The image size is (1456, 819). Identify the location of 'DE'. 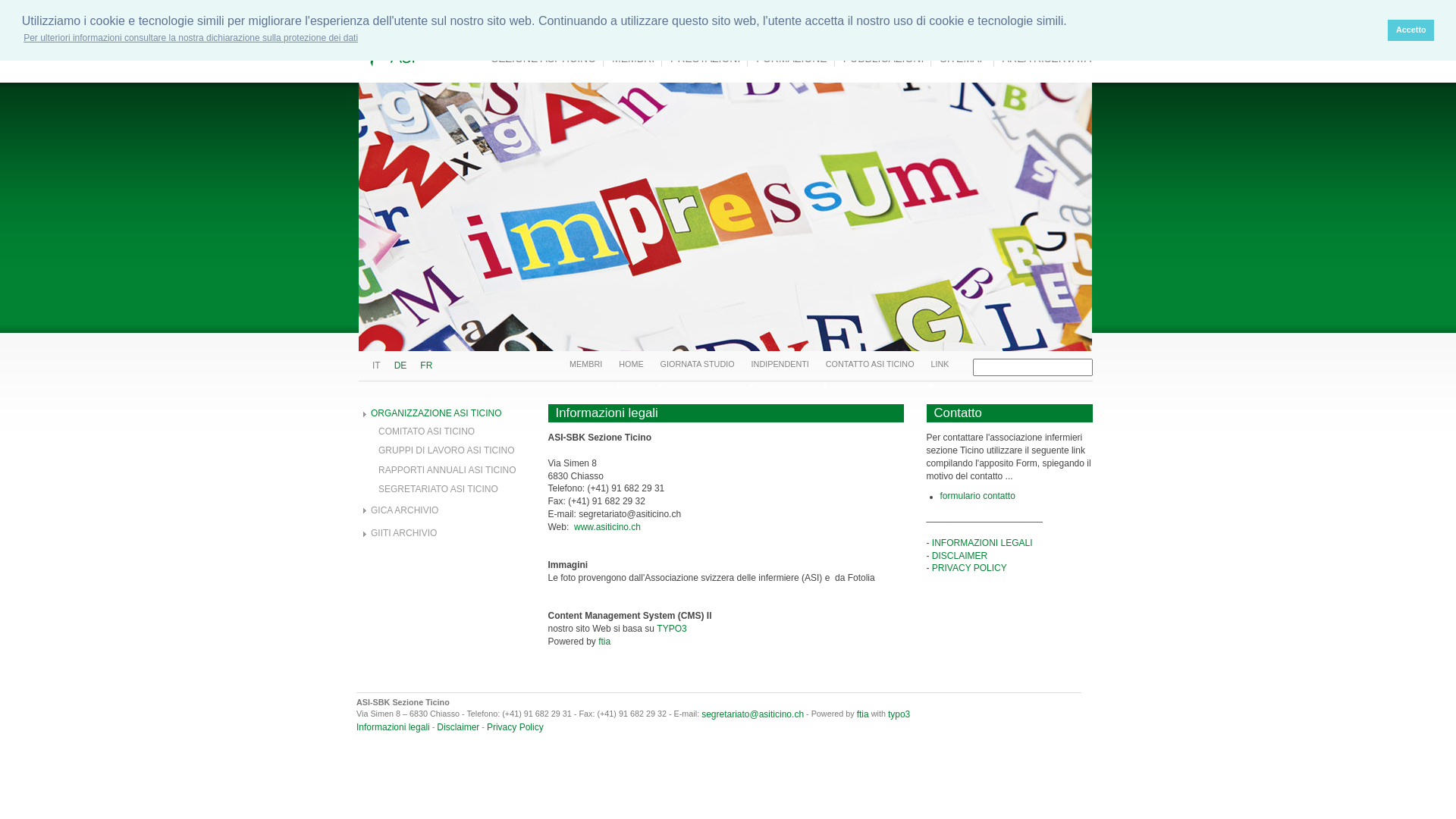
(394, 366).